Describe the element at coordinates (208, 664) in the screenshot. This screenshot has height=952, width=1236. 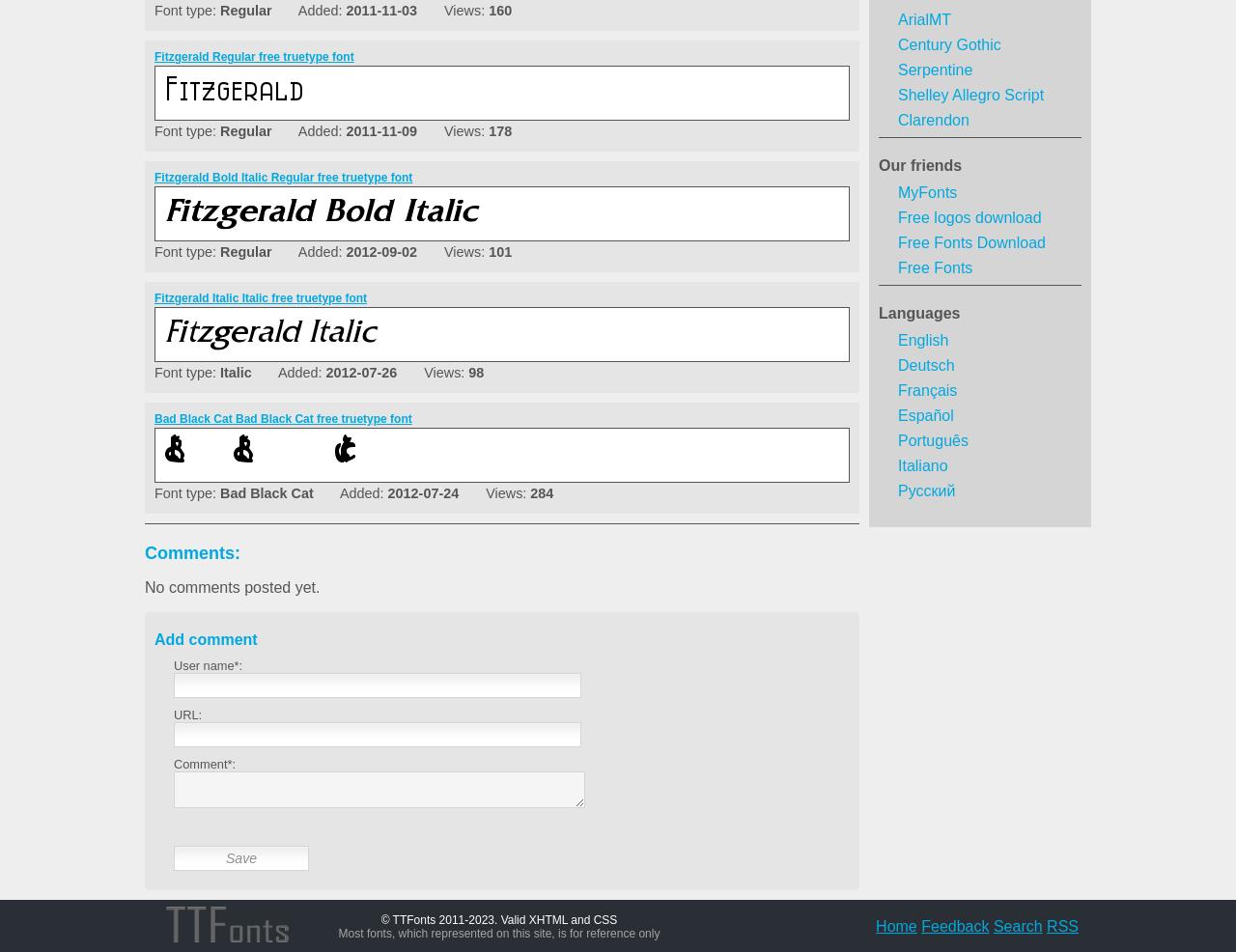
I see `'User name*:'` at that location.